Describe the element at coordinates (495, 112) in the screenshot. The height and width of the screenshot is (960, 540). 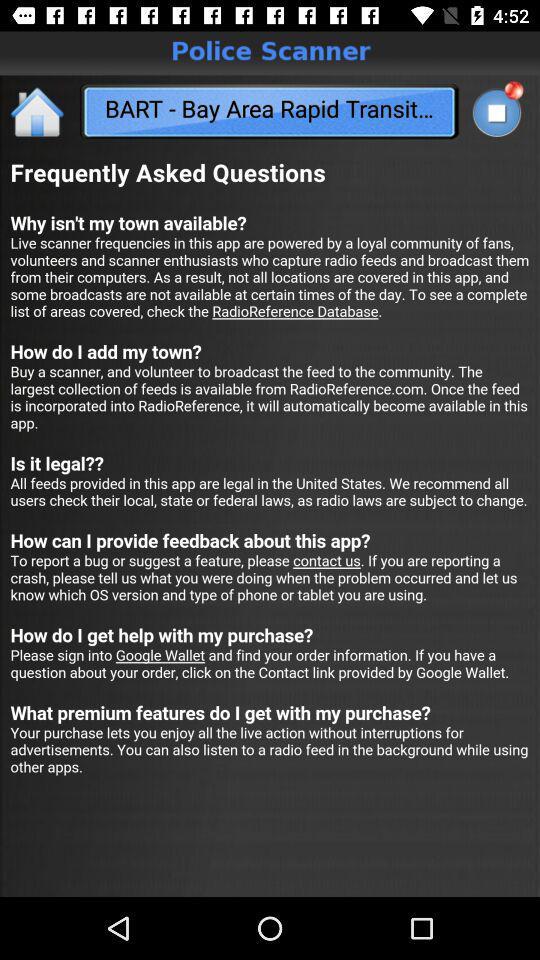
I see `stop scanner` at that location.